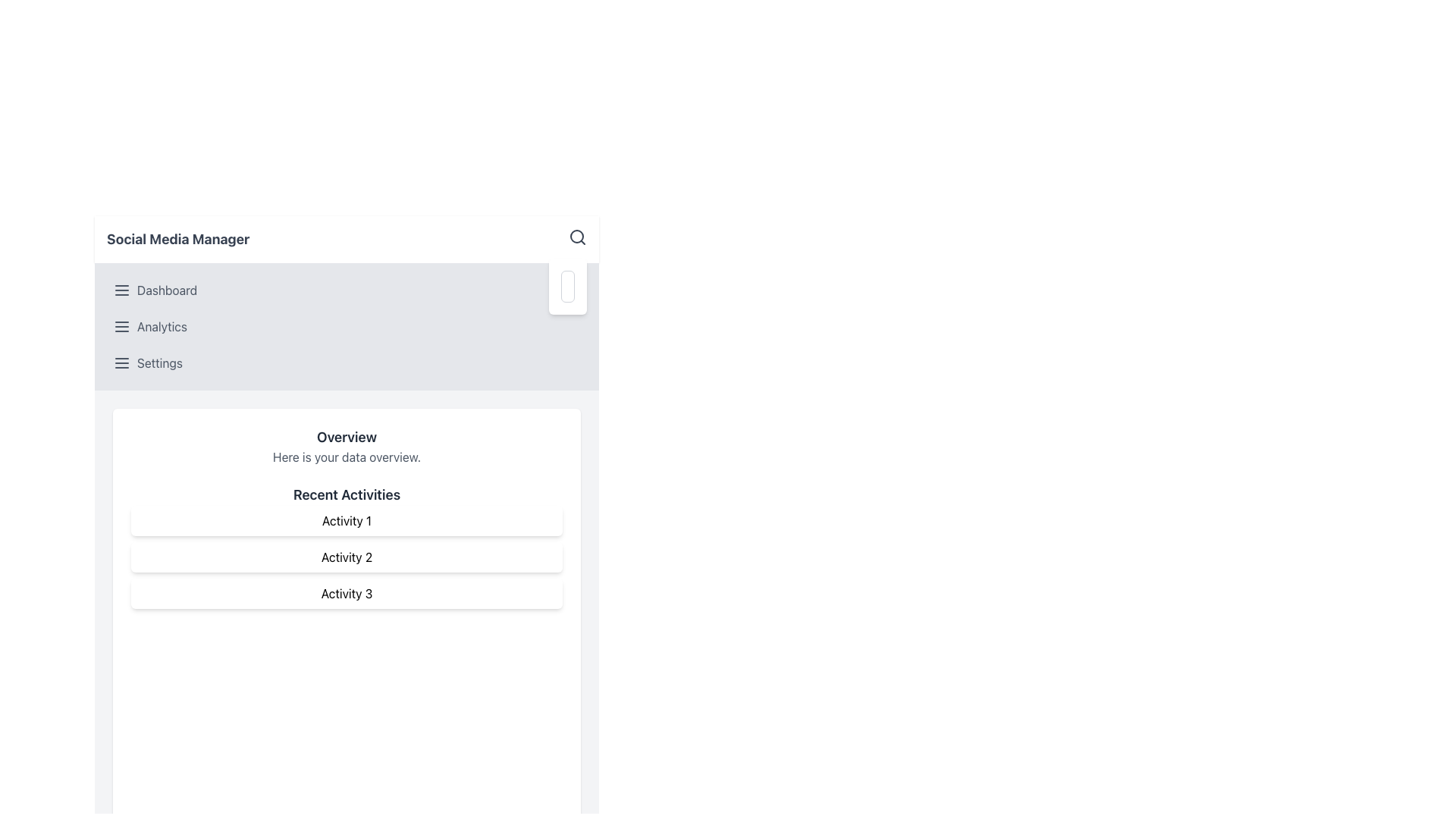  Describe the element at coordinates (346, 456) in the screenshot. I see `the Text Display element that shows 'Here is your data overview.' located beneath the 'Overview' header and above 'Recent Activities'` at that location.